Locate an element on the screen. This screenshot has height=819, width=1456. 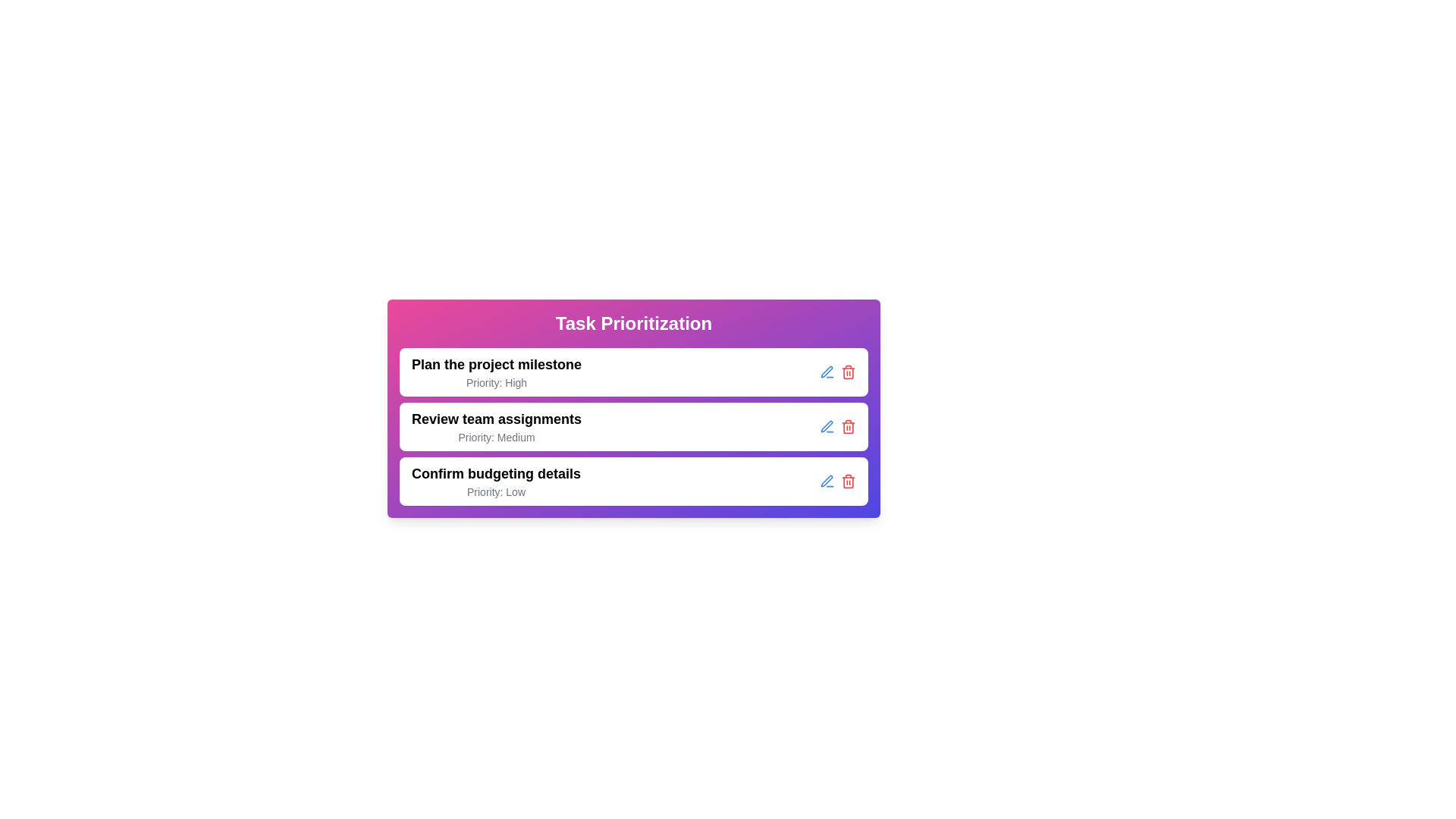
the trash icon button on the task management UI, which is the second of three sibling icons is located at coordinates (847, 427).